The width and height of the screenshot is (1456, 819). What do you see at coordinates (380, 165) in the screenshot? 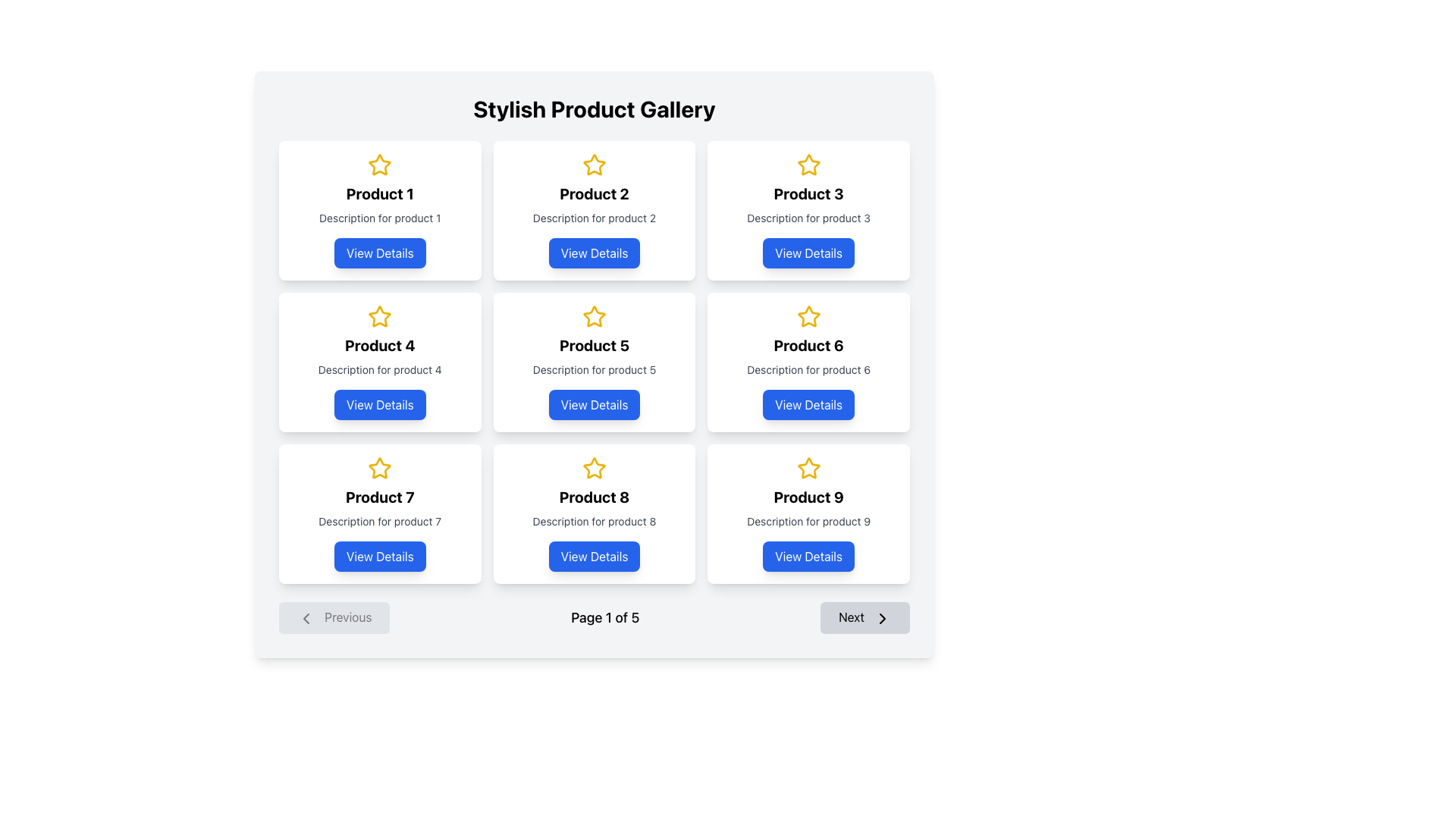
I see `the first star icon in the grid layout, located in the top-left corner above the text 'Product 1' within the first item card` at bounding box center [380, 165].